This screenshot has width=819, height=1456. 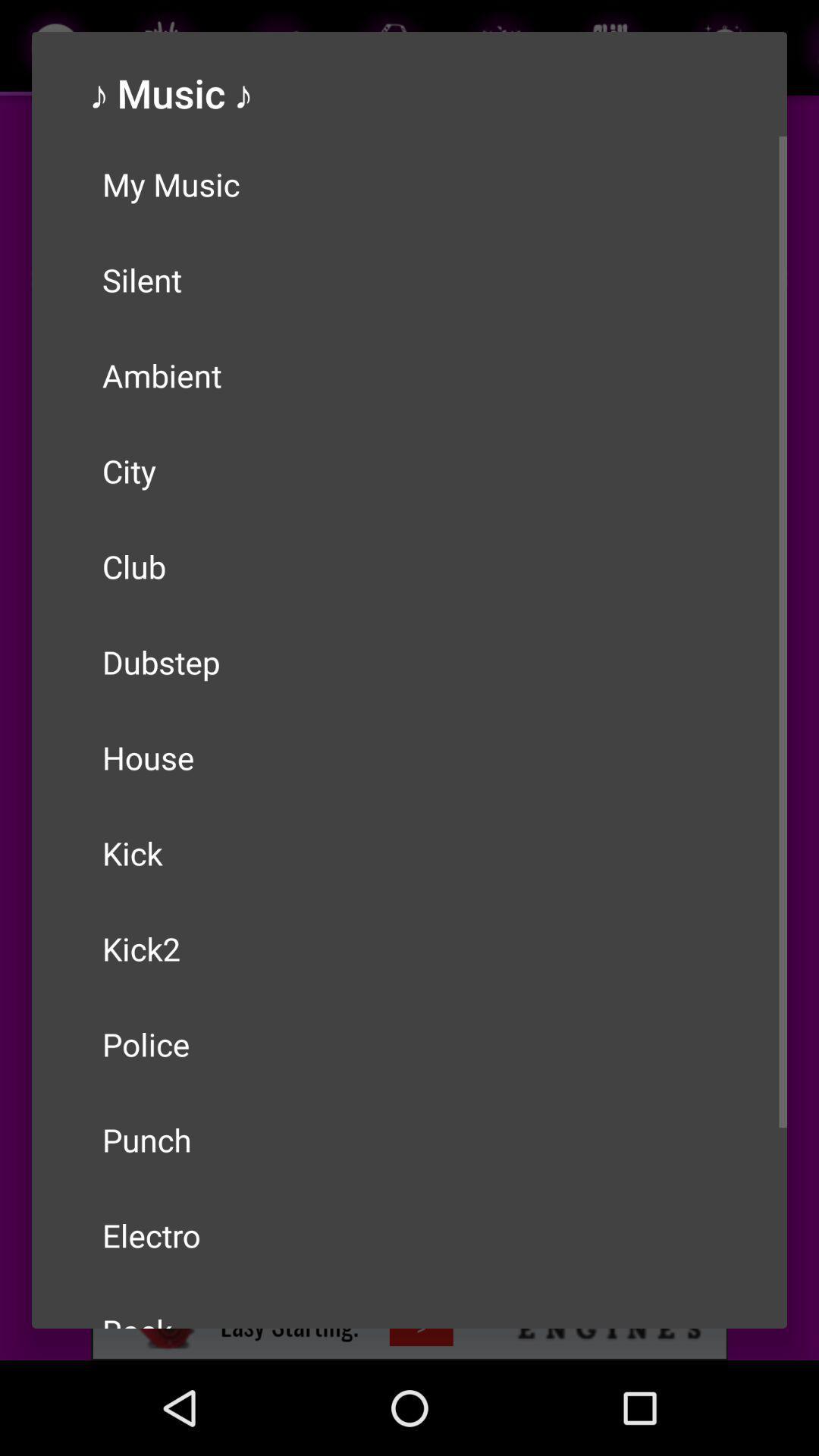 I want to click on the 		rock, so click(x=409, y=1305).